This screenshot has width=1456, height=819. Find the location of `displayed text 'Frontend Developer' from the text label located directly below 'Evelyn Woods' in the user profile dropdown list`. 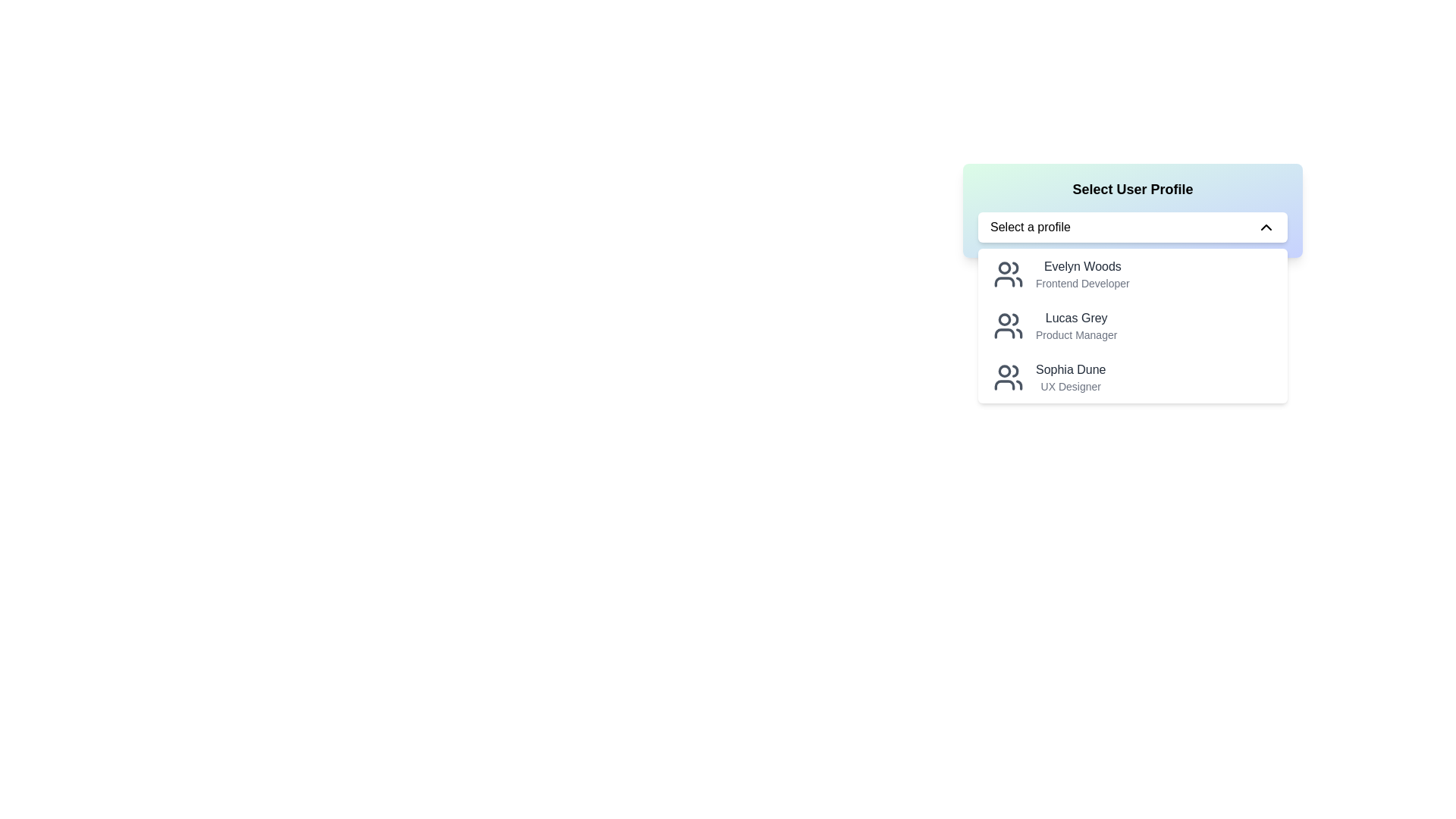

displayed text 'Frontend Developer' from the text label located directly below 'Evelyn Woods' in the user profile dropdown list is located at coordinates (1081, 284).